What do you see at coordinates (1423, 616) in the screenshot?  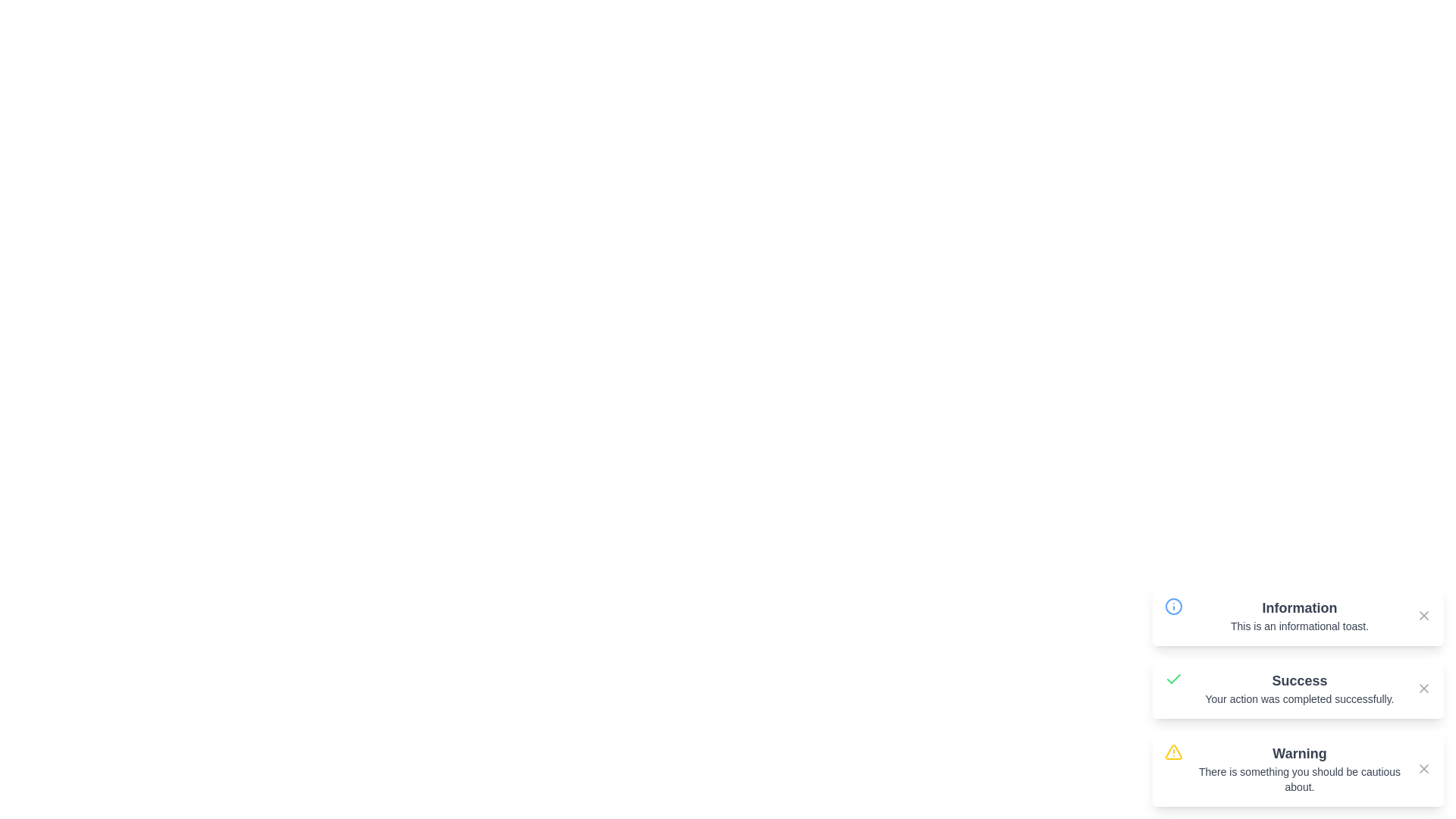 I see `the close button located at the top-right corner of the 'Information' notification card` at bounding box center [1423, 616].